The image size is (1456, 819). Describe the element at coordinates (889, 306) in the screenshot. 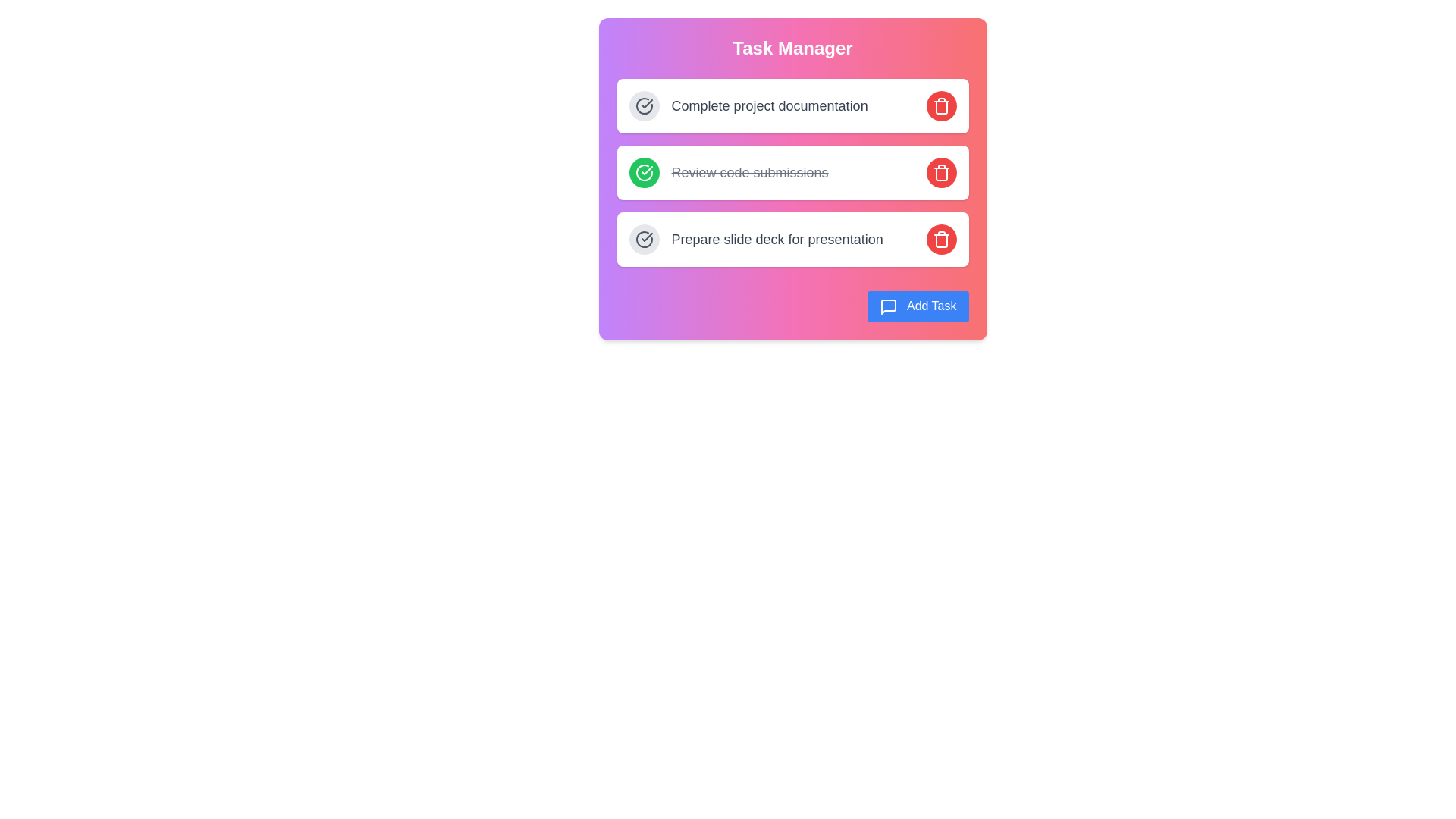

I see `the small speech bubble icon with white lines against a blue background, located to the left of the 'Add Task' button text` at that location.